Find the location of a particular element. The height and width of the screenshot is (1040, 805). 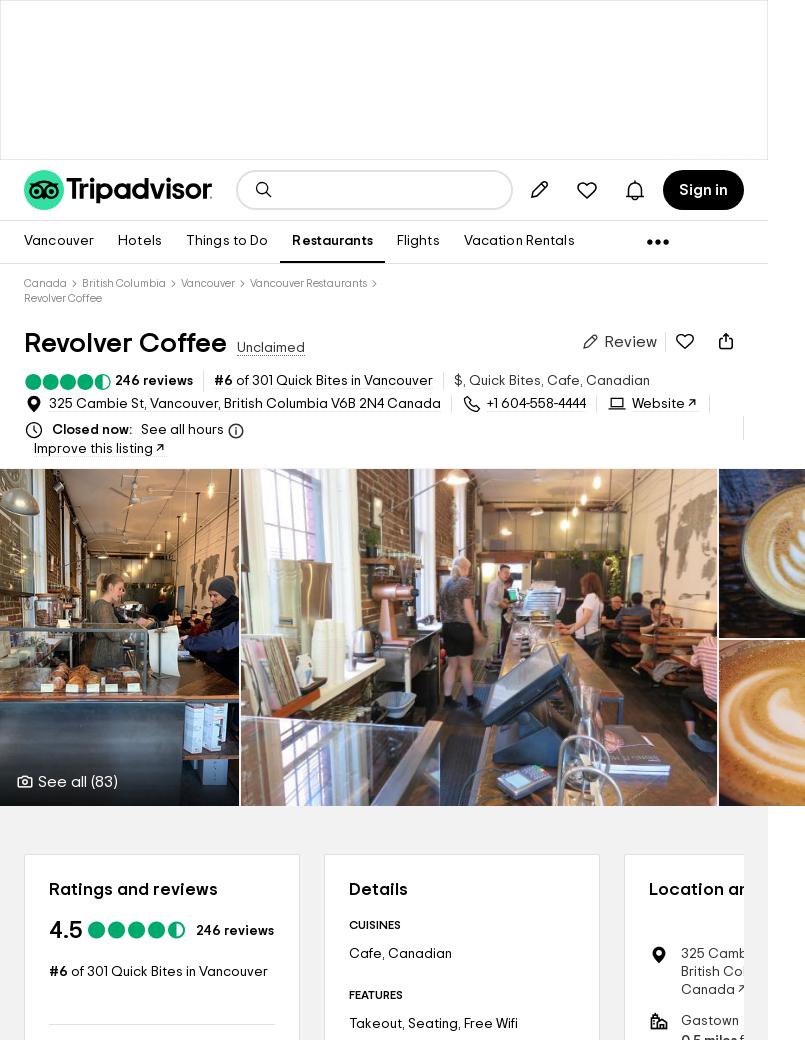

'Closed now' is located at coordinates (49, 430).